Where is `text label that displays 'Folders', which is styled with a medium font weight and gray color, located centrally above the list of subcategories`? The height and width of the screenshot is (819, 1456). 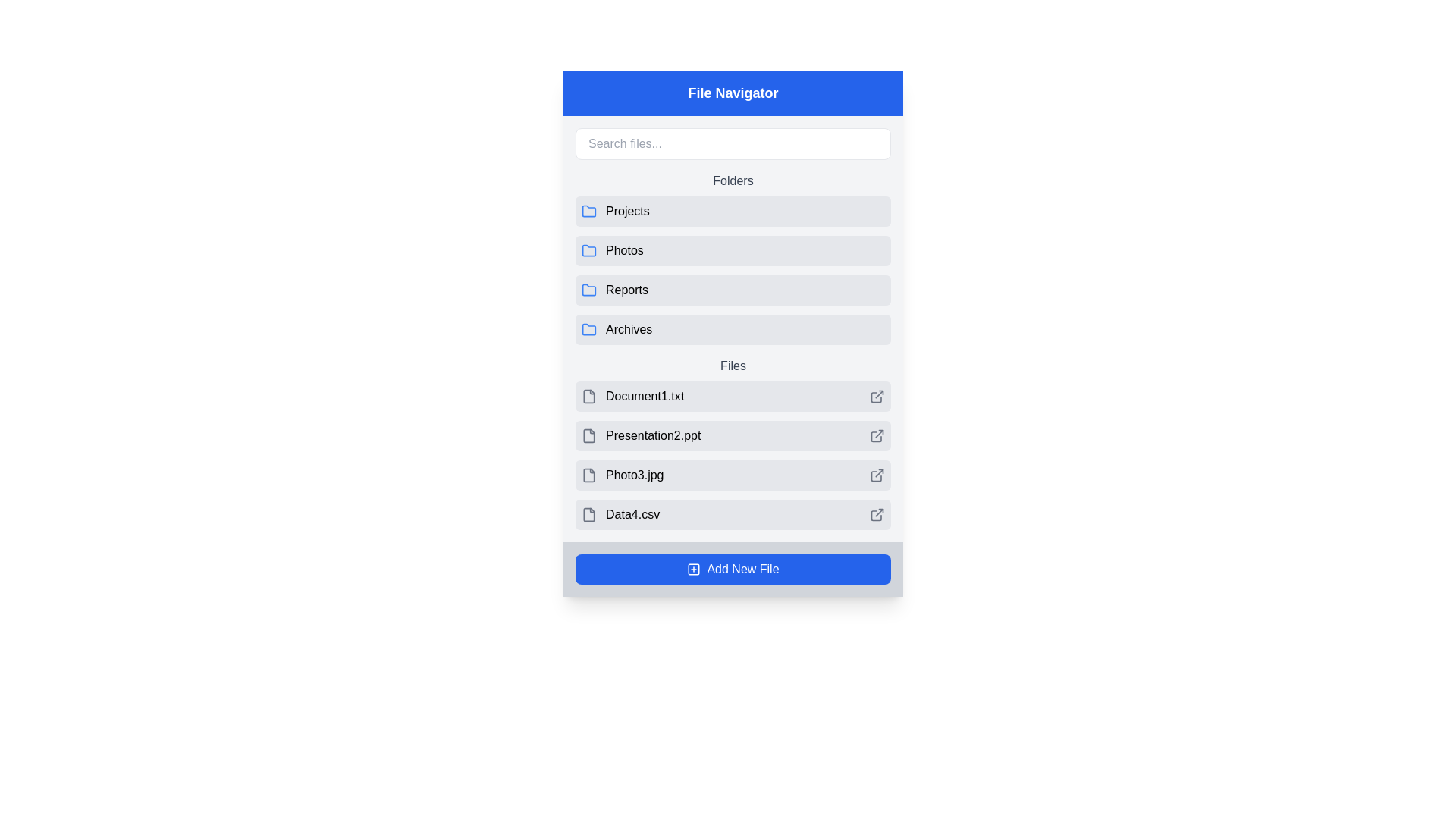 text label that displays 'Folders', which is styled with a medium font weight and gray color, located centrally above the list of subcategories is located at coordinates (733, 180).